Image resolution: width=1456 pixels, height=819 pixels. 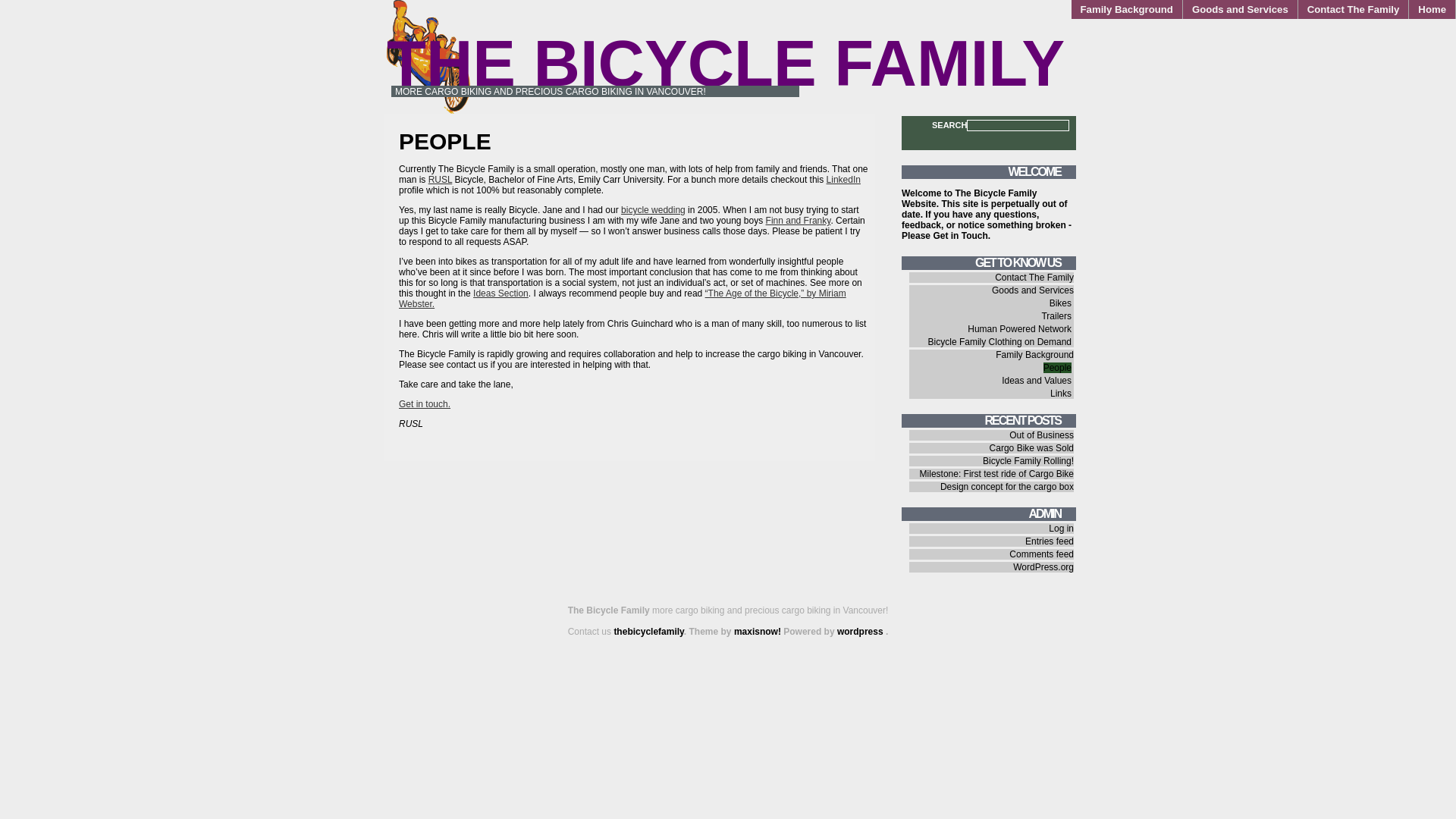 What do you see at coordinates (1040, 554) in the screenshot?
I see `'Comments feed'` at bounding box center [1040, 554].